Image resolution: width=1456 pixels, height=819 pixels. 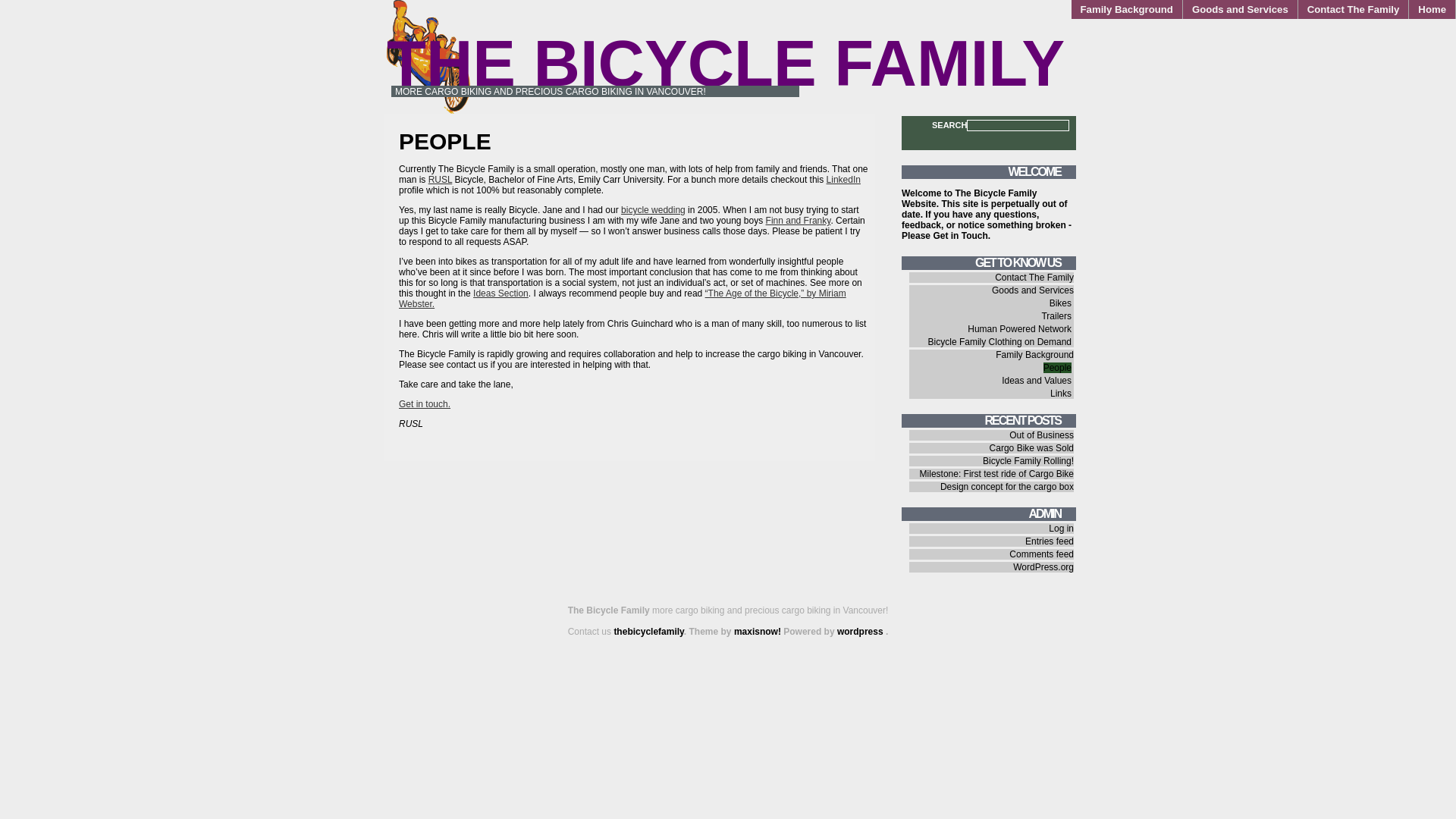 What do you see at coordinates (1040, 554) in the screenshot?
I see `'Comments feed'` at bounding box center [1040, 554].